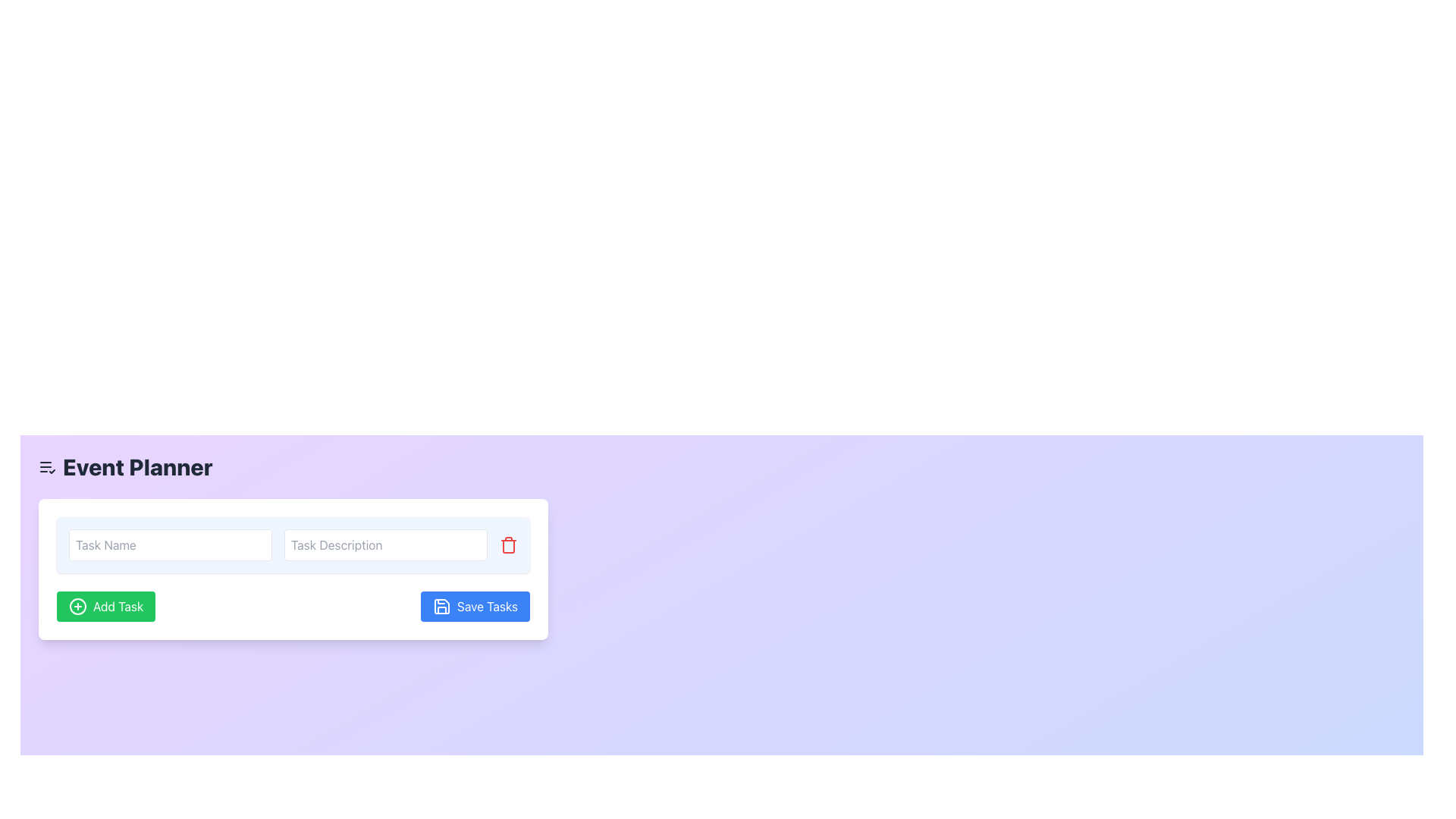 The image size is (1456, 819). I want to click on the small vector graphic icon featuring three horizontal lines and a checkmark, which is styled in black against a light lavender background, located immediately to the left of the text 'Event Planner', so click(47, 466).